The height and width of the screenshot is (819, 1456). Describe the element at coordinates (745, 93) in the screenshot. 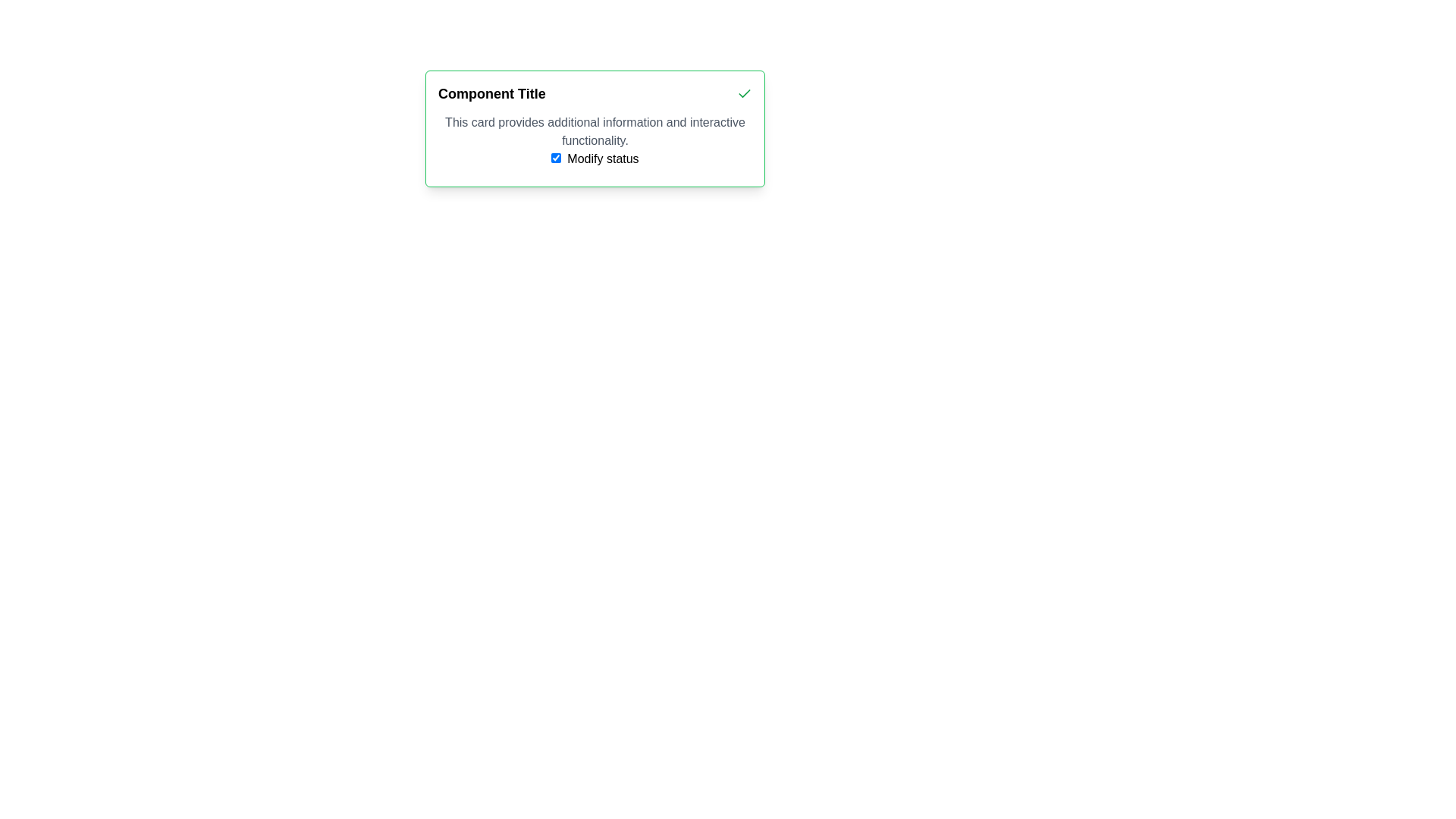

I see `the checkmark icon located in the top-right corner of the card interface, which indicates a completed action or confirmation` at that location.